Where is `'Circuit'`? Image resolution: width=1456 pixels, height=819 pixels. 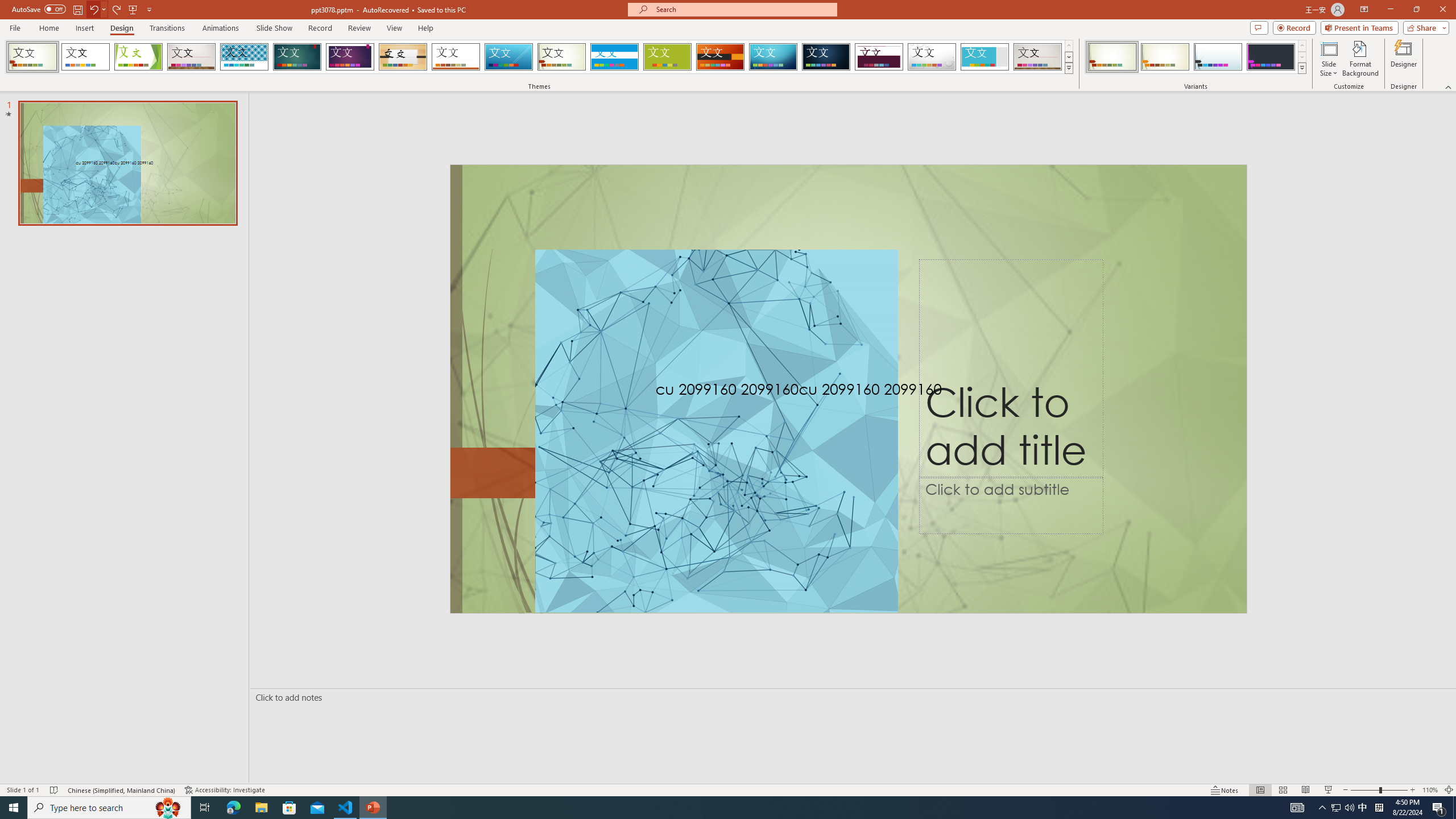
'Circuit' is located at coordinates (772, 56).